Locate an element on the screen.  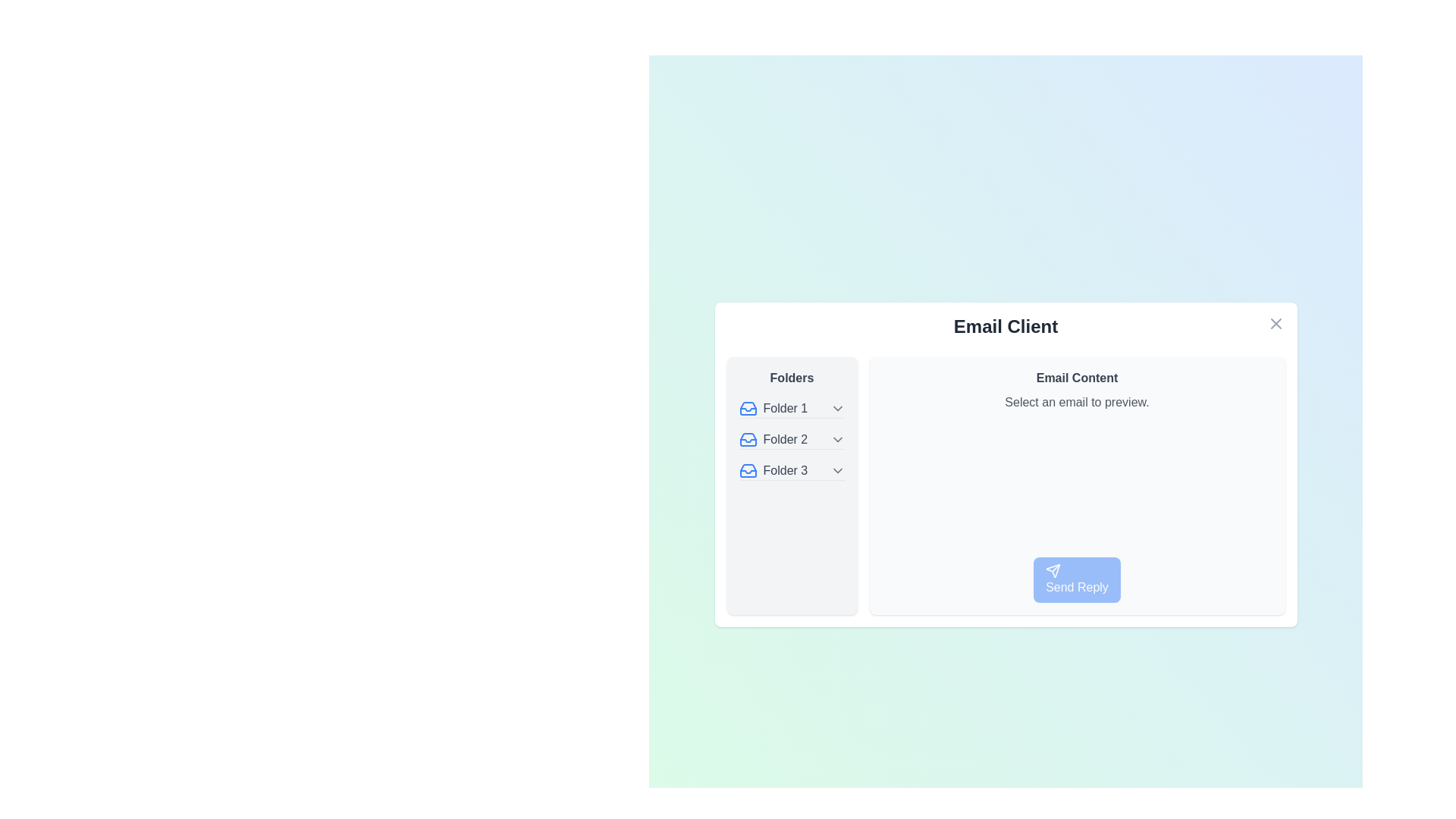
the text label displaying 'Folders' in bold font, located near the top of the left panel of the email client interface is located at coordinates (791, 377).